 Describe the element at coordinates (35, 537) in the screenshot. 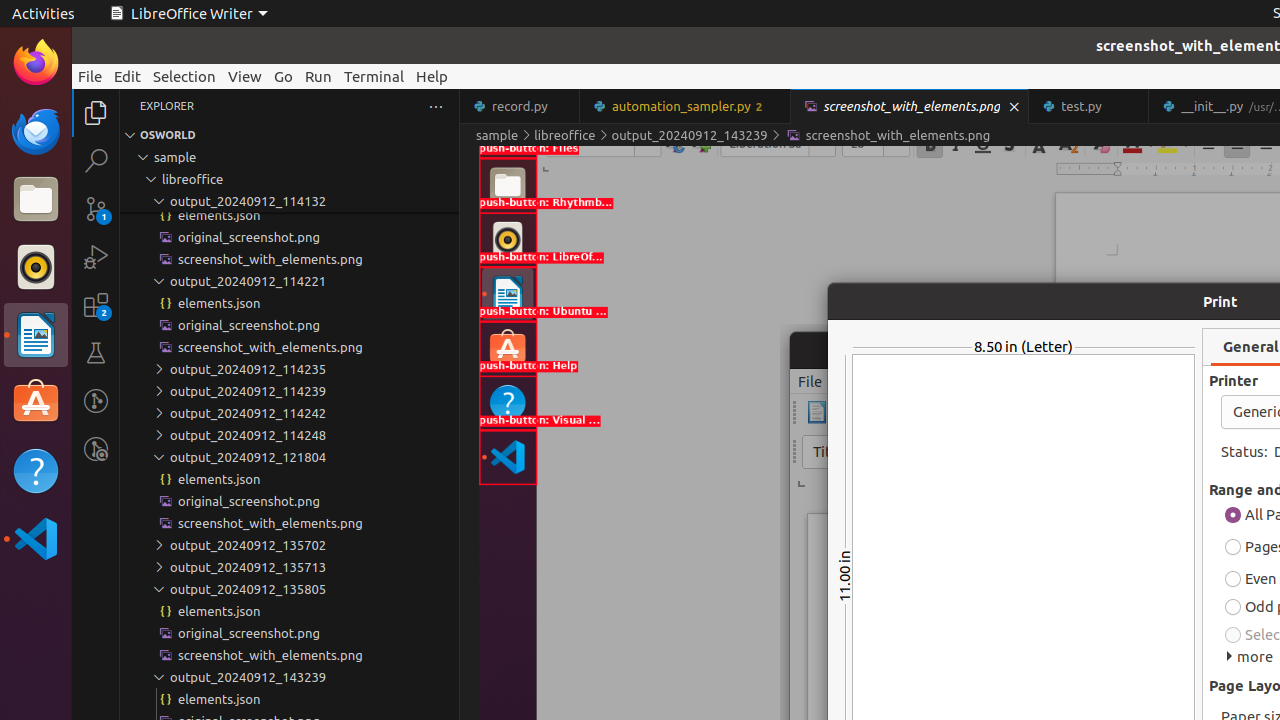

I see `'Visual Studio Code'` at that location.